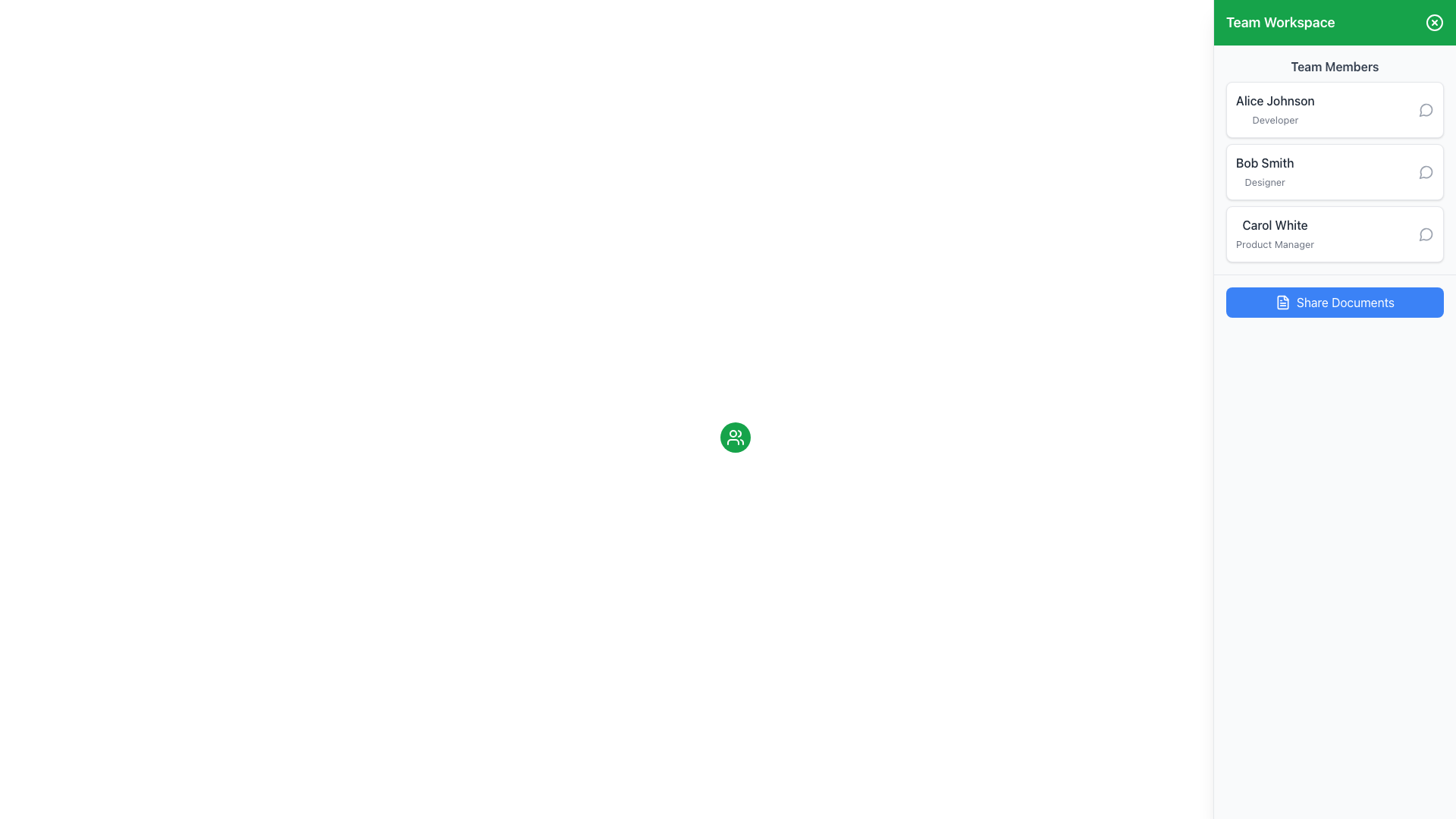  I want to click on the document icon associated with the 'Share Documents' button located in the 'Team Workspace' panel on the right, which is represented by a rectangular outline with a folded upper-right corner, so click(1282, 302).